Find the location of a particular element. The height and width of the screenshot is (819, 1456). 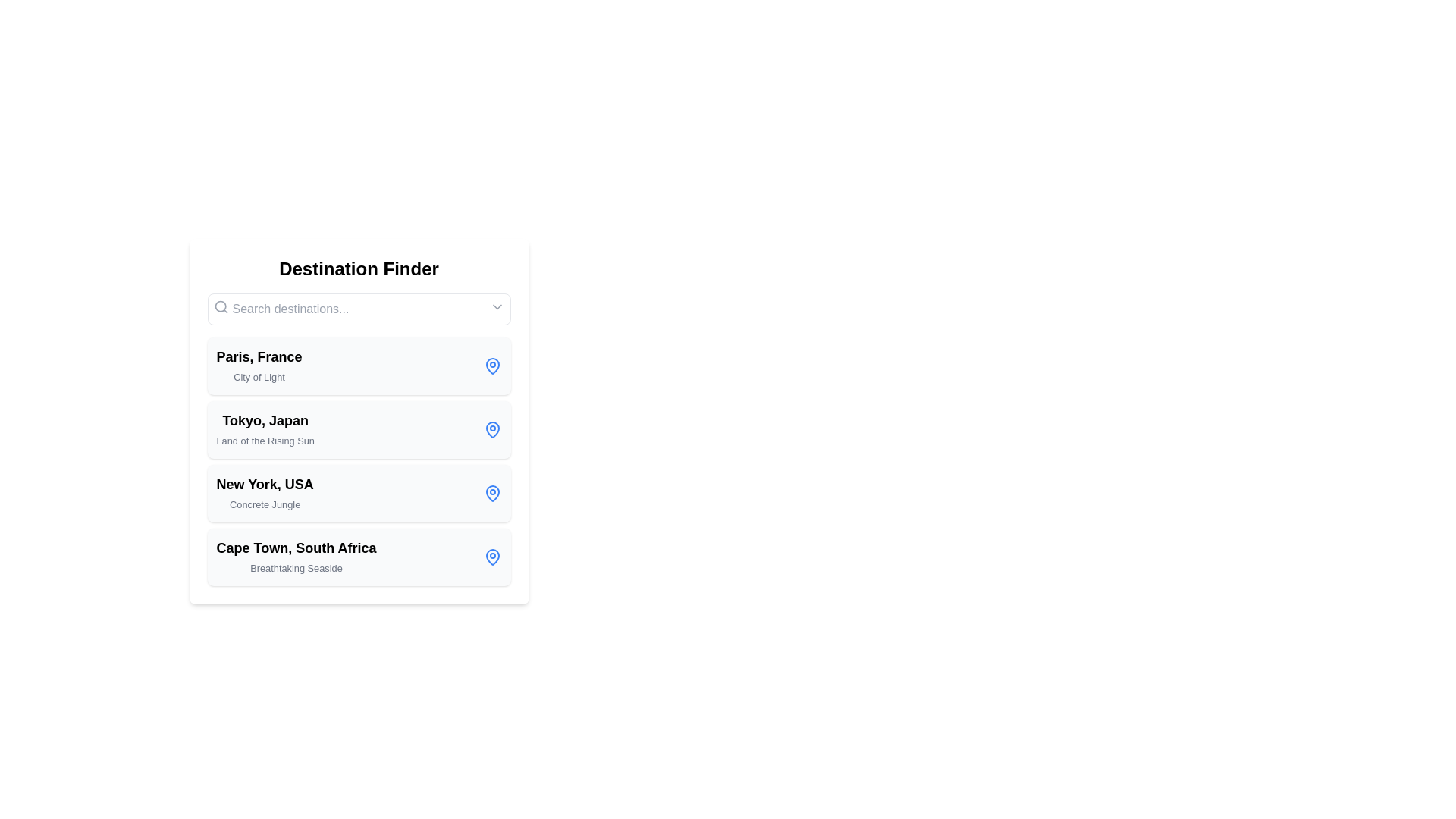

the interactive map pin icon located at the right side of the section describing 'Cape Town, South Africa' is located at coordinates (492, 557).